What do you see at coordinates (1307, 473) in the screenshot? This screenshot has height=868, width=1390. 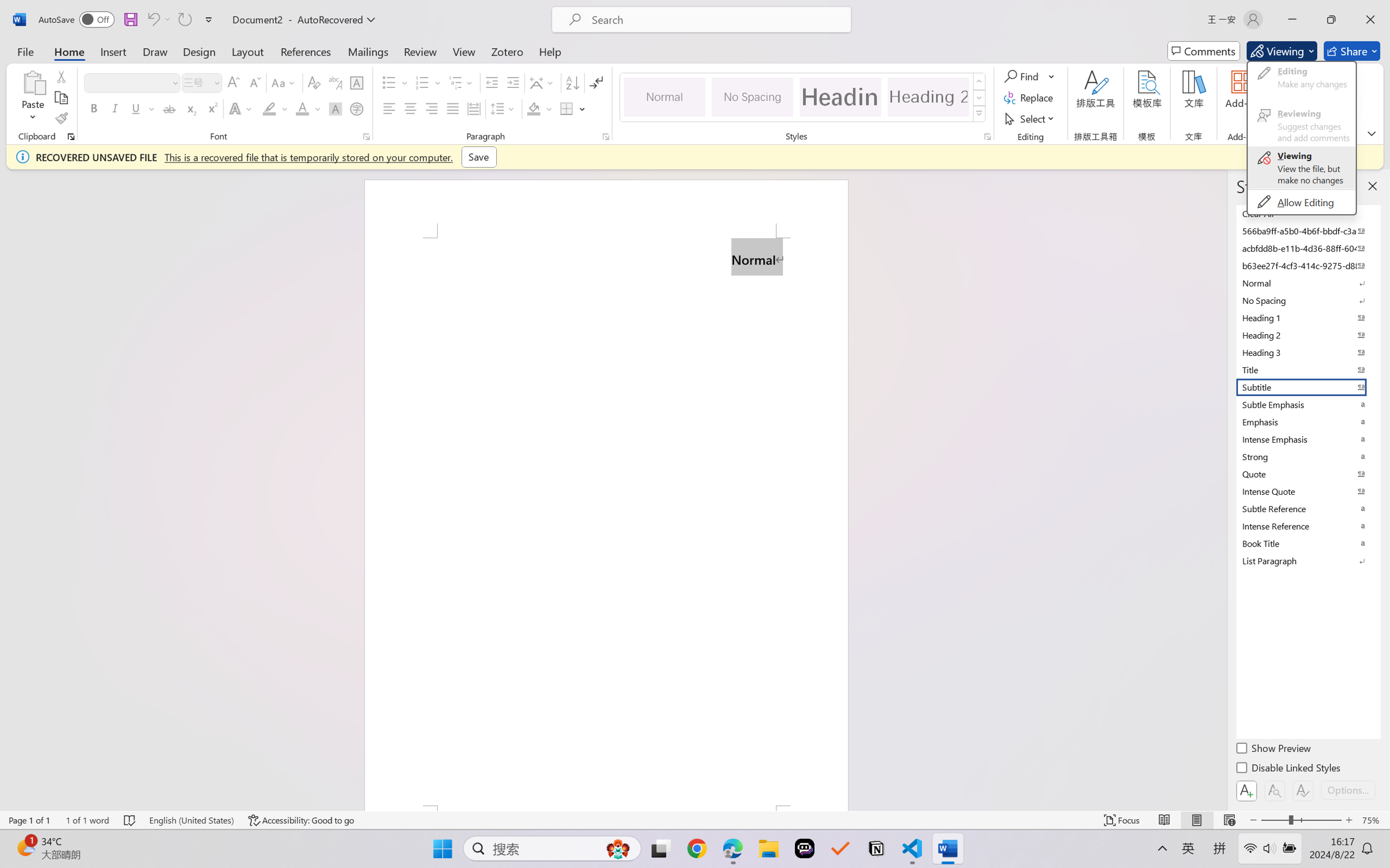 I see `'Quote'` at bounding box center [1307, 473].